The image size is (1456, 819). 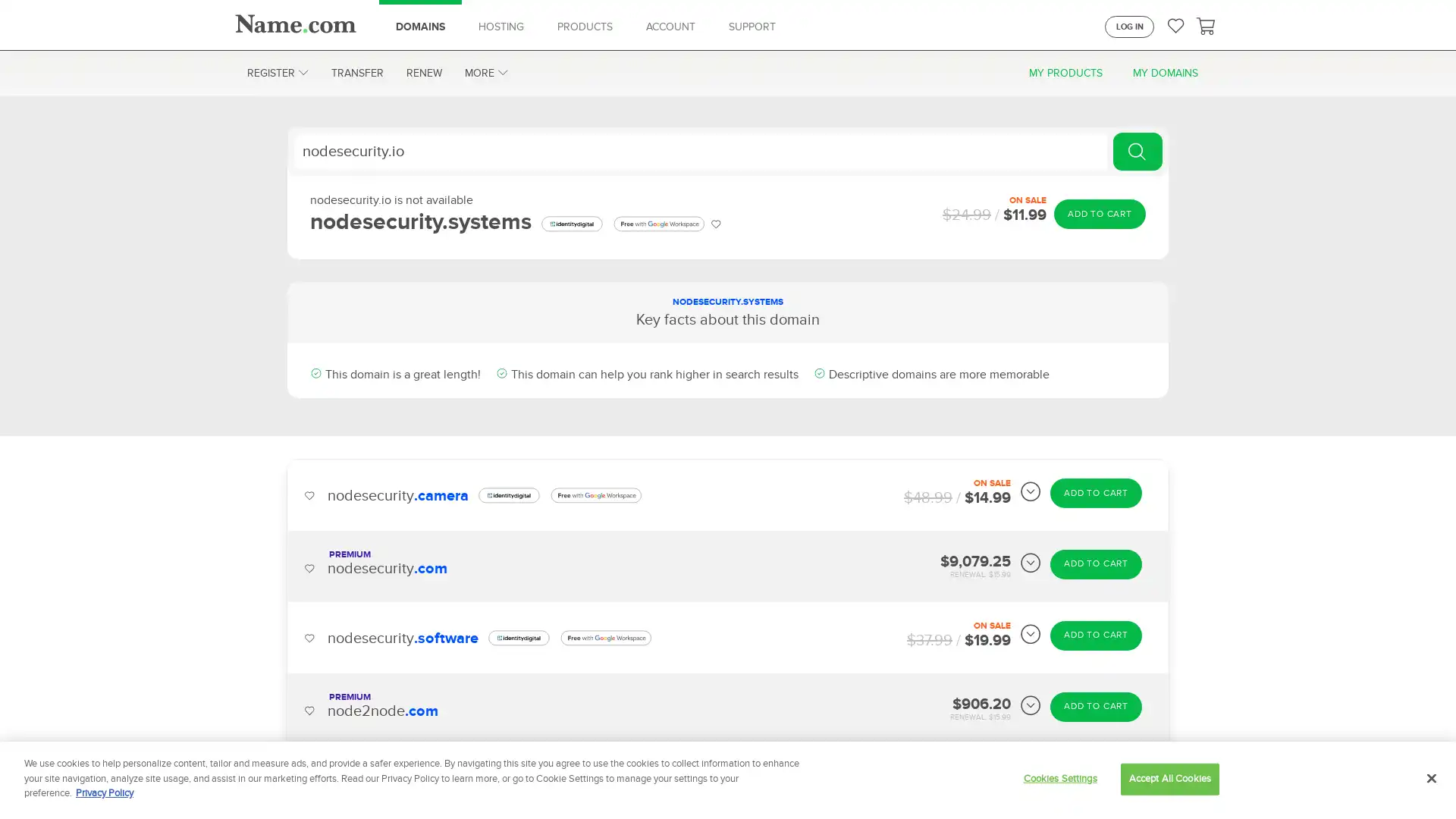 What do you see at coordinates (1169, 778) in the screenshot?
I see `Accept All Cookies` at bounding box center [1169, 778].